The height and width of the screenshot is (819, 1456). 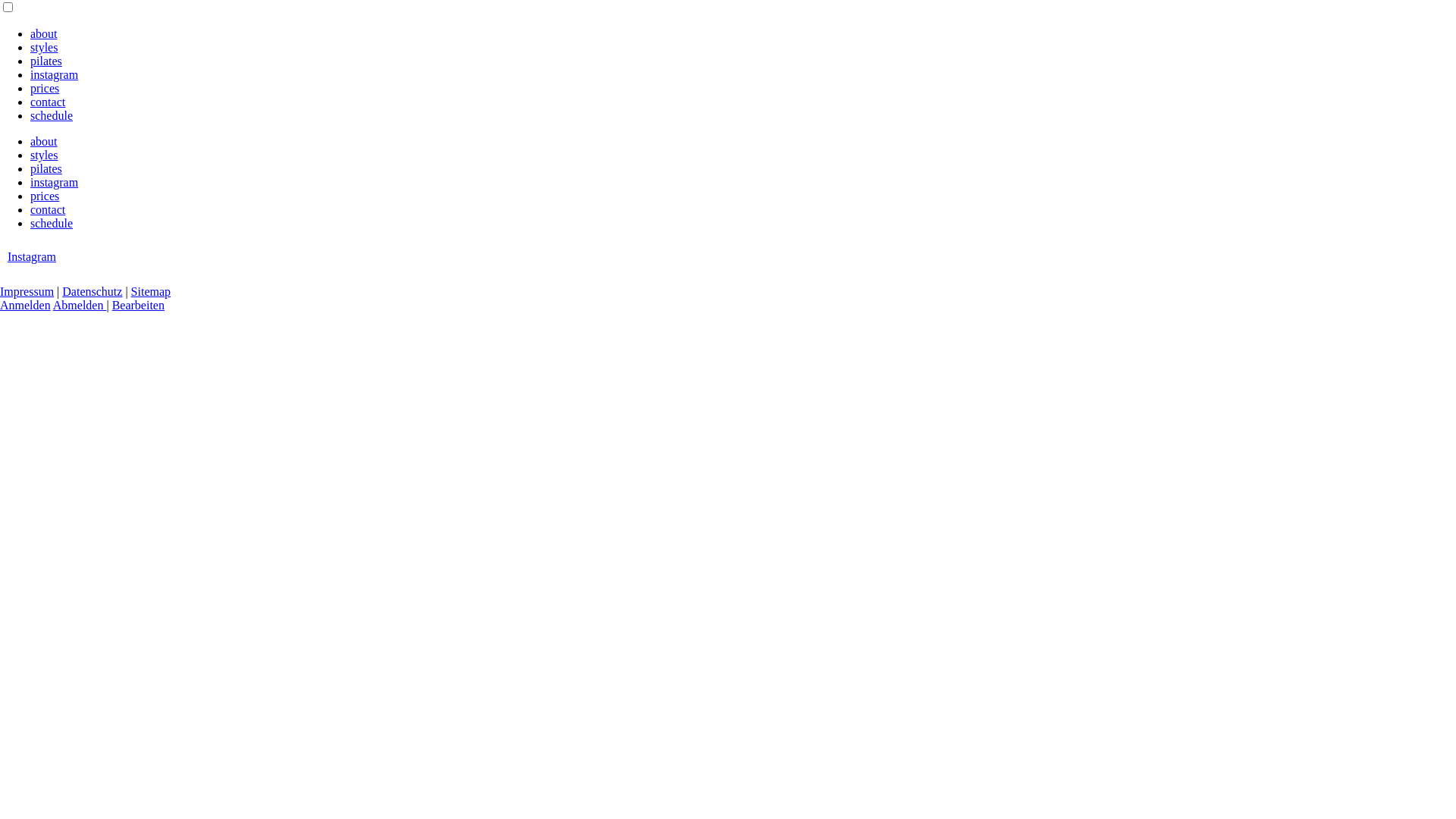 What do you see at coordinates (54, 181) in the screenshot?
I see `'instagram'` at bounding box center [54, 181].